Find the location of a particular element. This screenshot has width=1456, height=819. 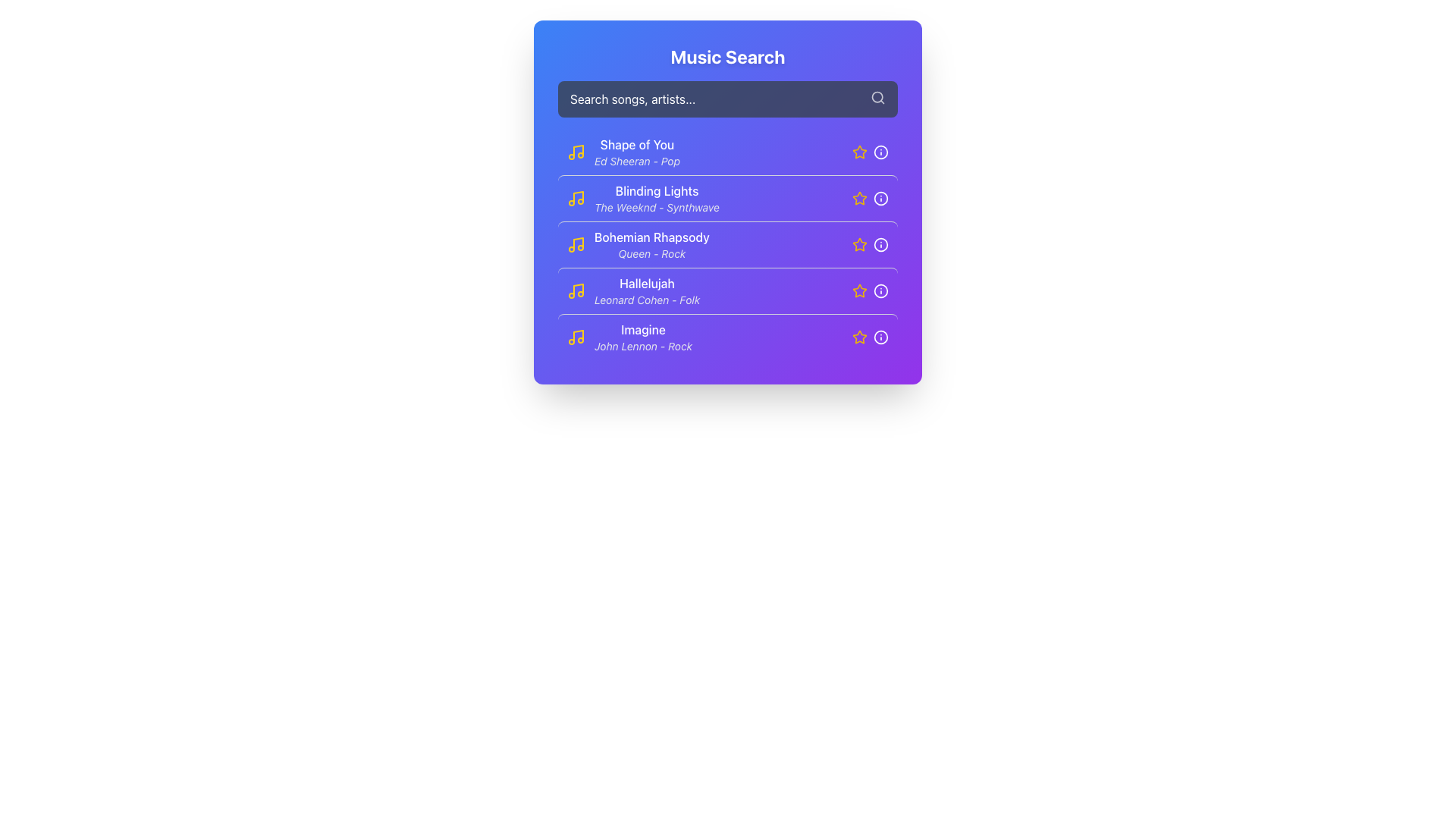

the text element 'Bohemian Rhapsody' located in the third position of a vertically arranged list in the music search interface is located at coordinates (651, 237).